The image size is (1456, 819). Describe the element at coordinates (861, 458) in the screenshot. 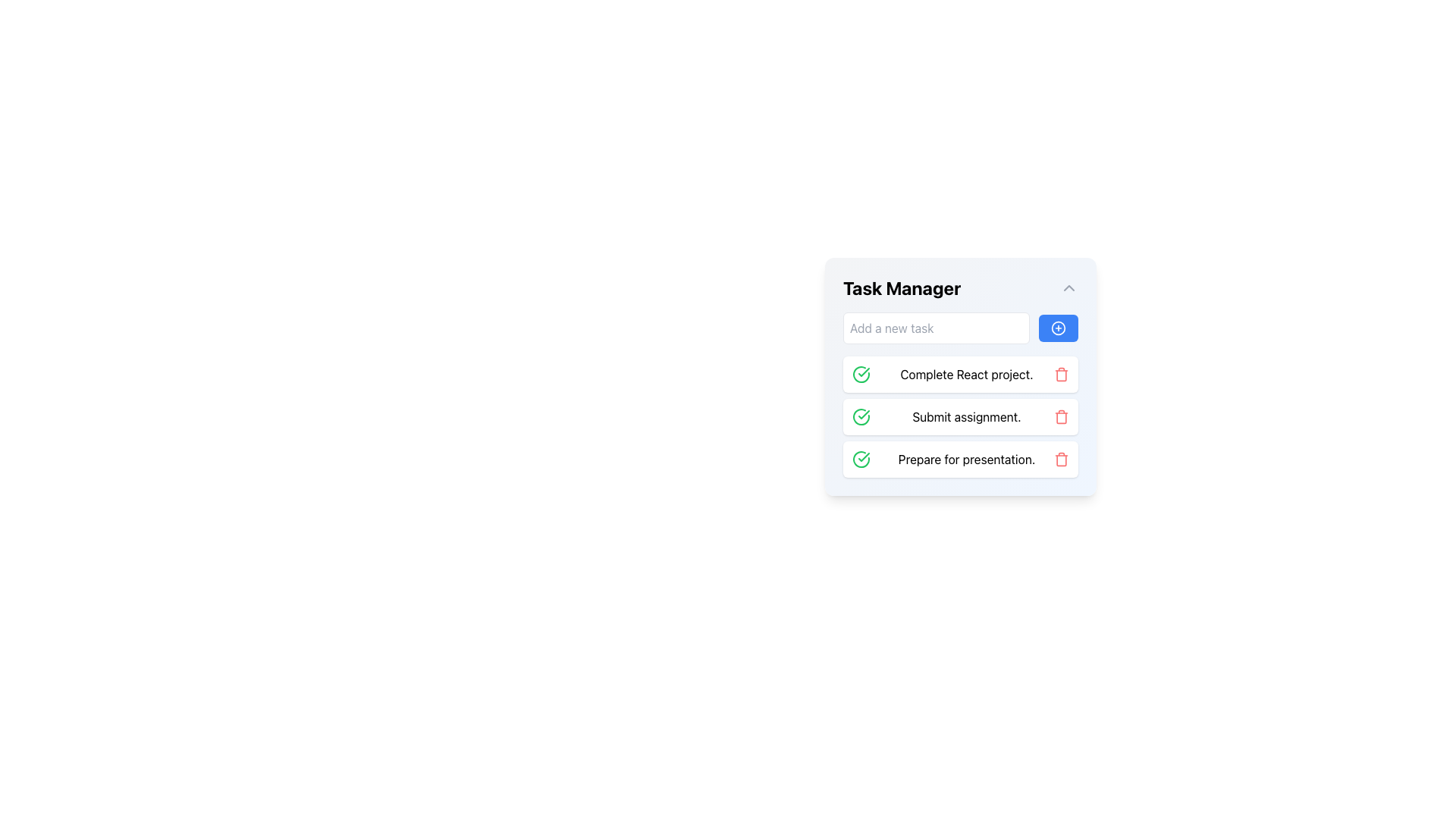

I see `the circular graphical representation within the SVG icon that indicates completion for the task 'Prepare for presentation.'` at that location.